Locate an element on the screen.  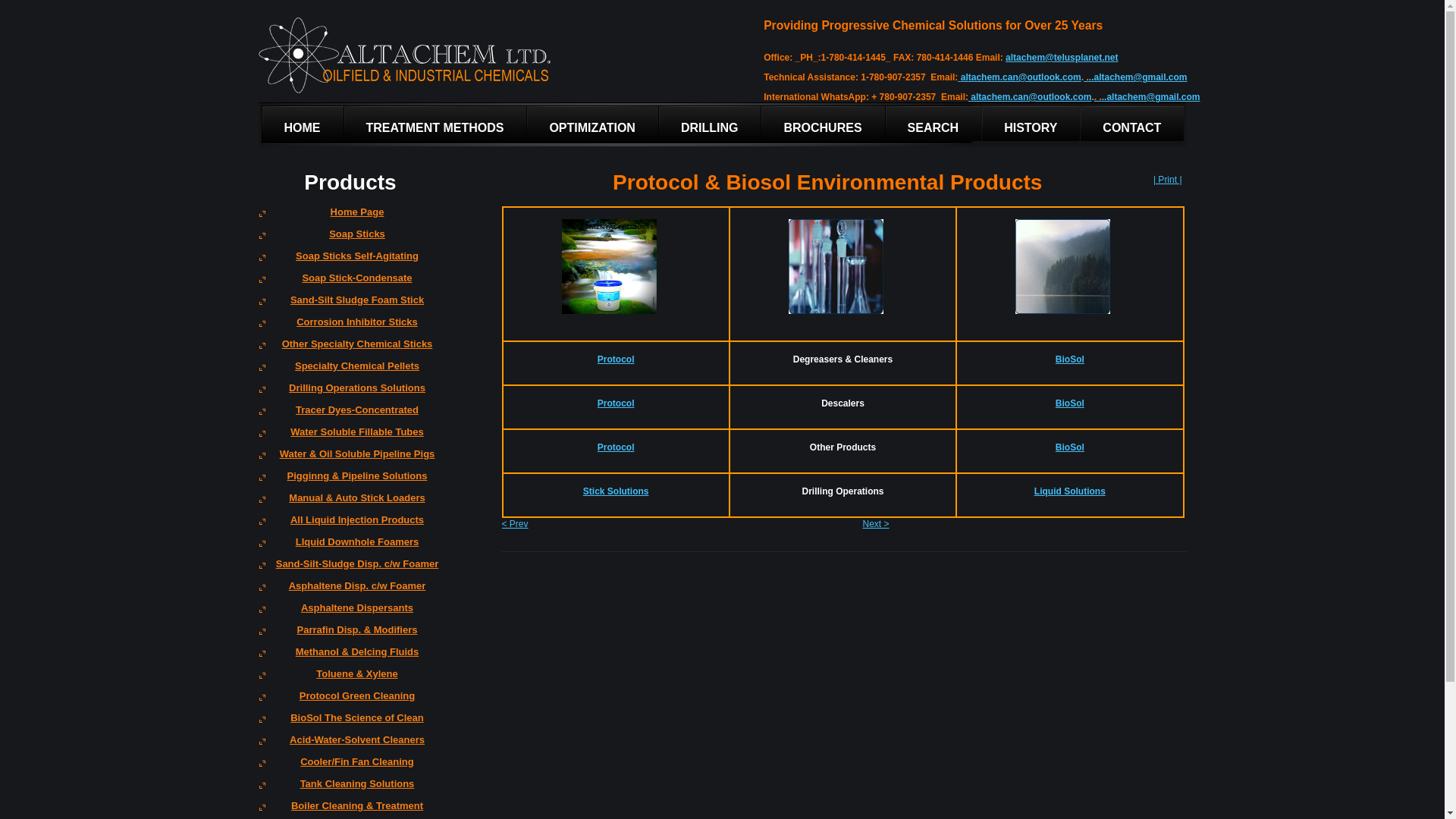
'All Liquid Injection Products' is located at coordinates (350, 524).